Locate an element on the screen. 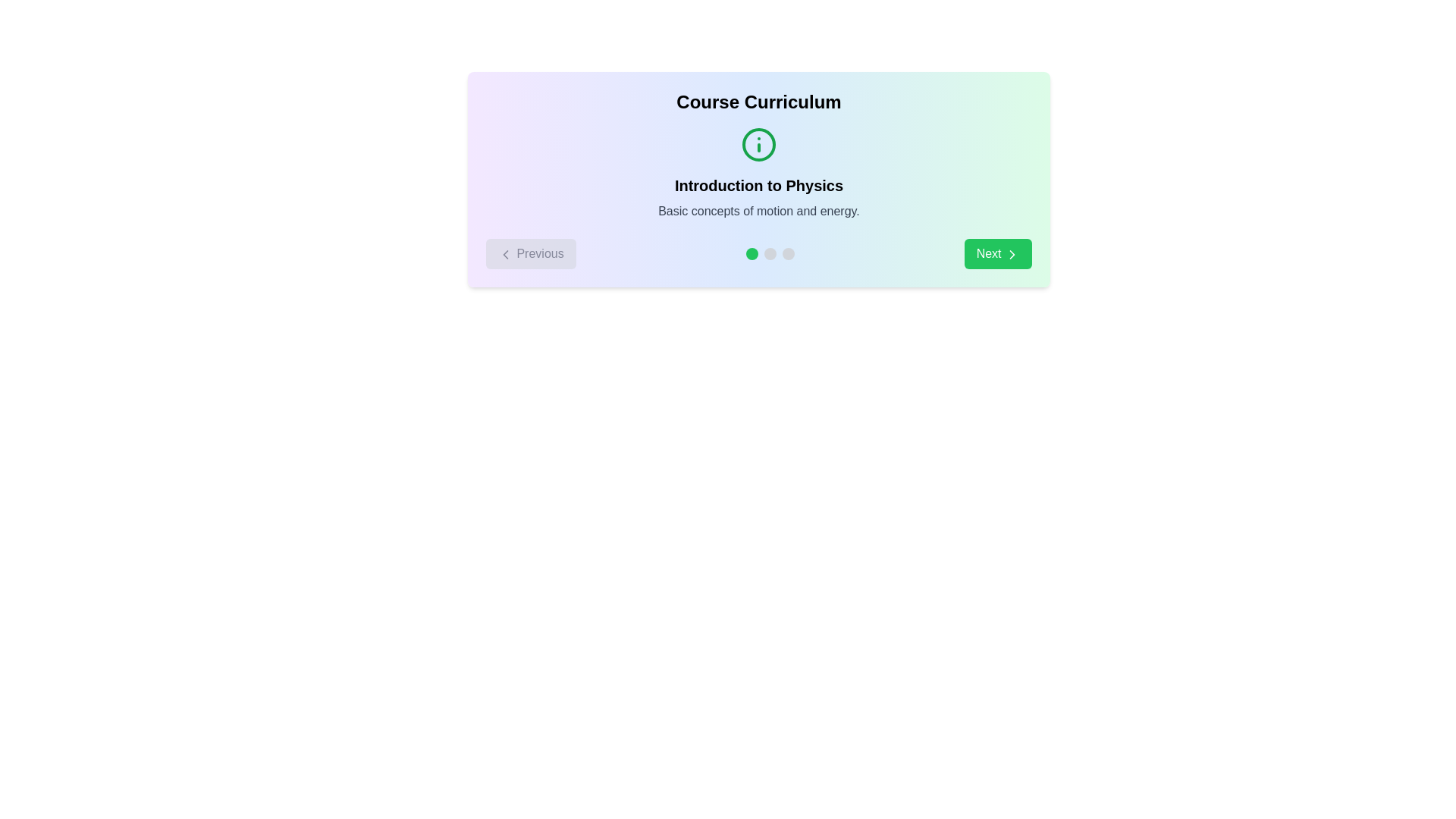 This screenshot has width=1456, height=819. the visual indicator located on the far left of a row of three circular components, which represents the selected or active state in the navigation sequence is located at coordinates (752, 253).